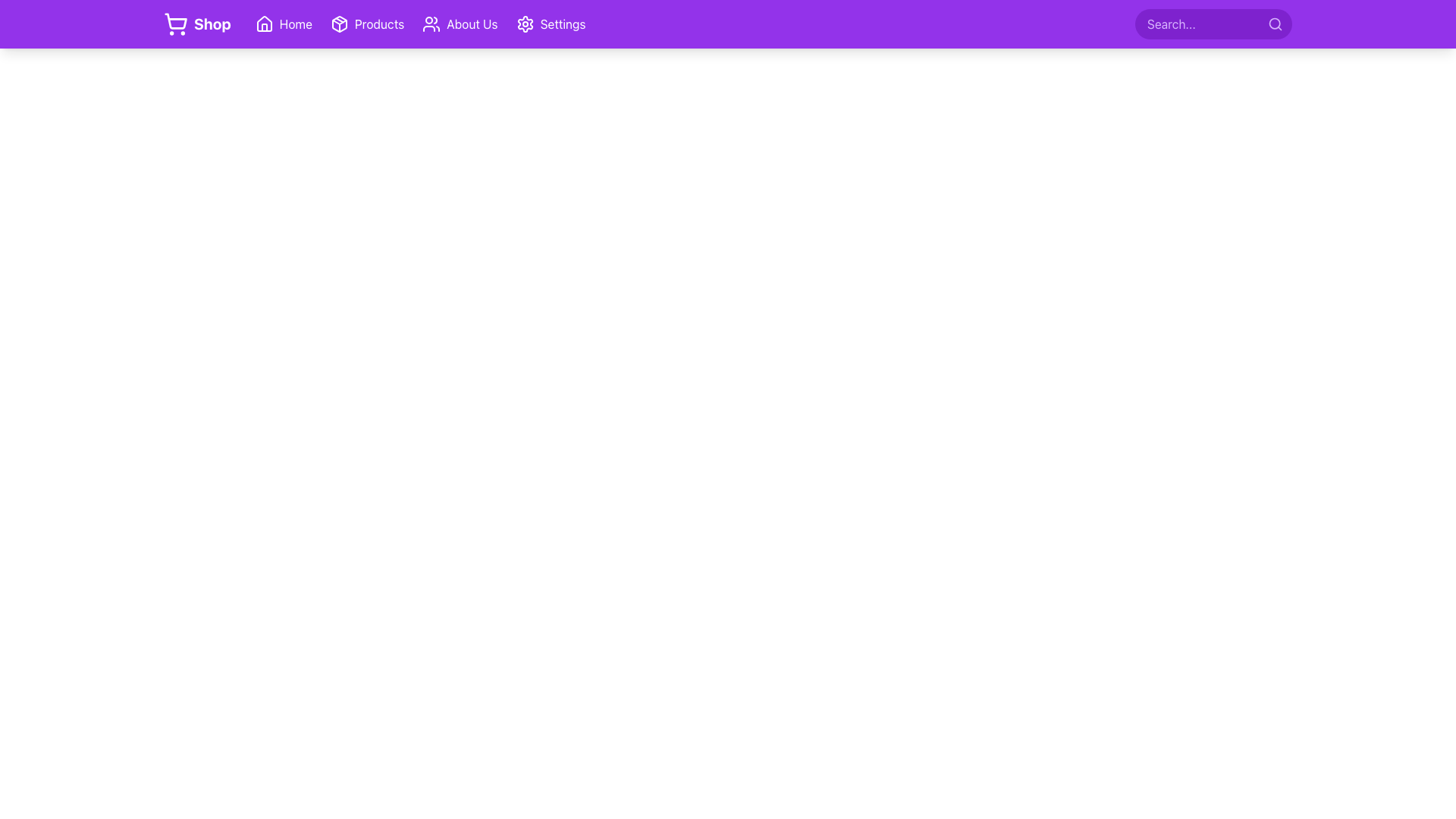 Image resolution: width=1456 pixels, height=819 pixels. What do you see at coordinates (367, 24) in the screenshot?
I see `the 'Products' navigation link located in the top horizontal navigation bar, which is positioned third from the left` at bounding box center [367, 24].